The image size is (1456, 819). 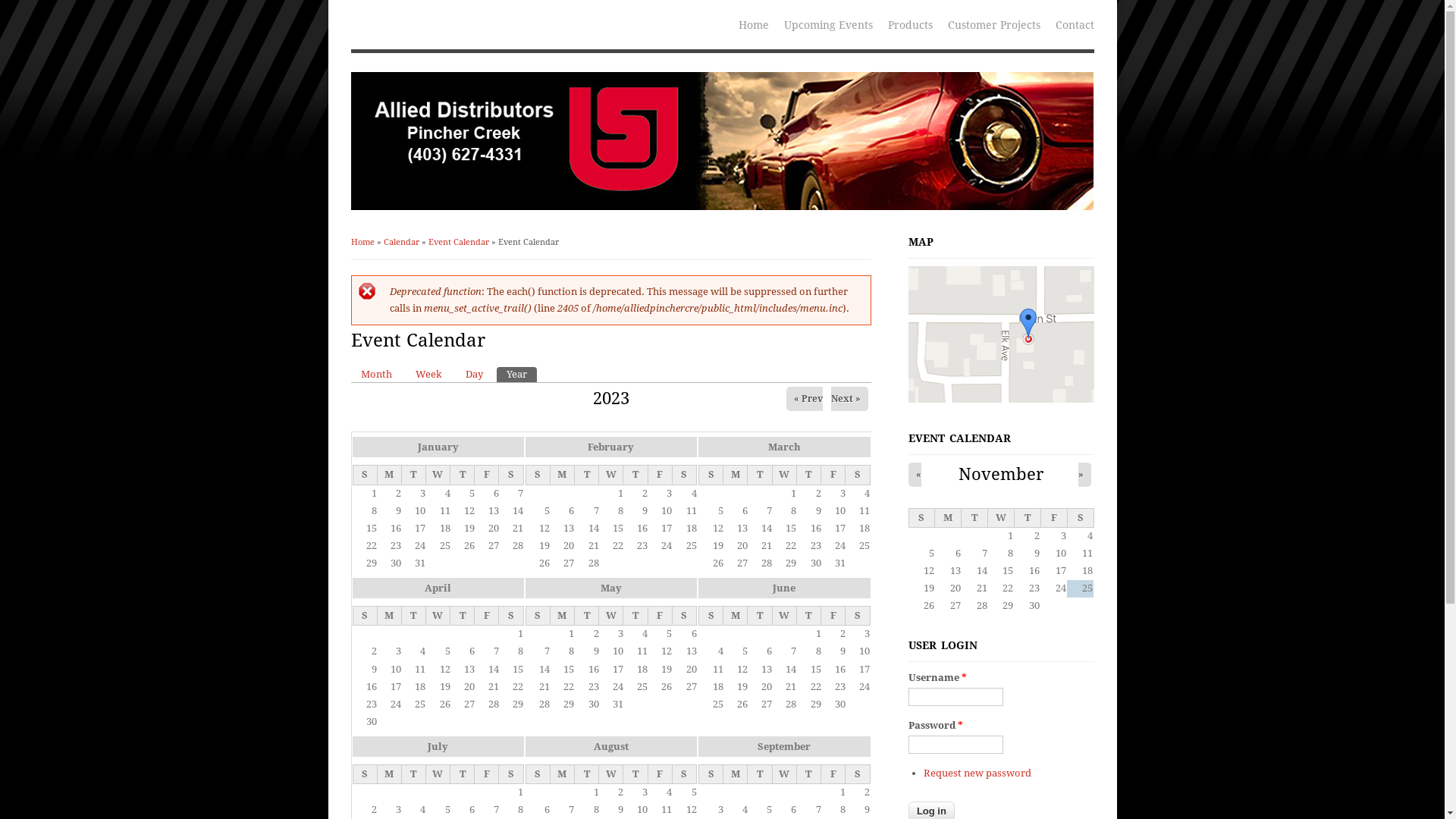 I want to click on 'September', so click(x=783, y=745).